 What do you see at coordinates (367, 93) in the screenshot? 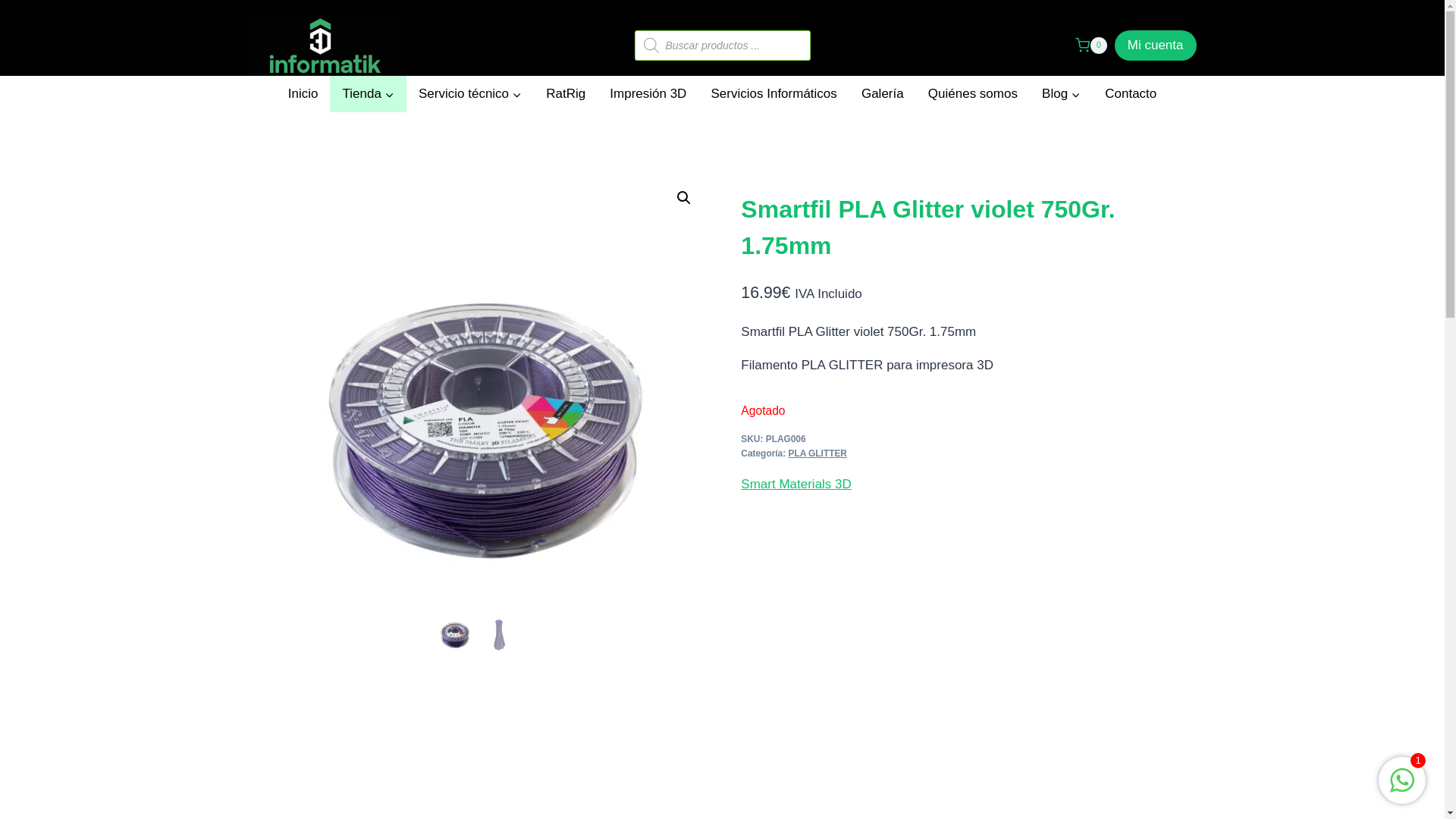
I see `'Tienda'` at bounding box center [367, 93].